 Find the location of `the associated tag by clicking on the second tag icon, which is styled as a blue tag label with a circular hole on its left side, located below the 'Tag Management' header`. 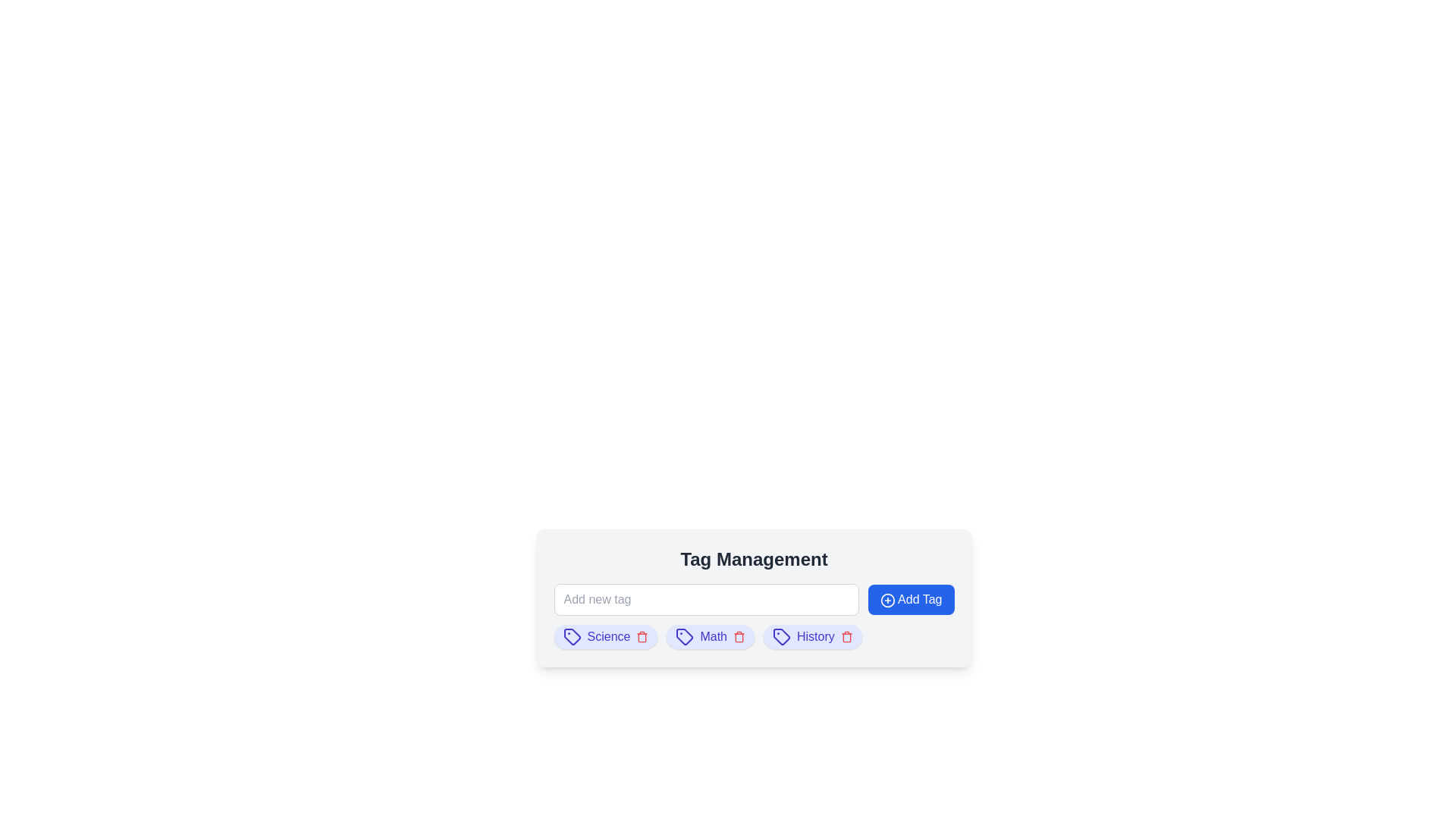

the associated tag by clicking on the second tag icon, which is styled as a blue tag label with a circular hole on its left side, located below the 'Tag Management' header is located at coordinates (683, 636).